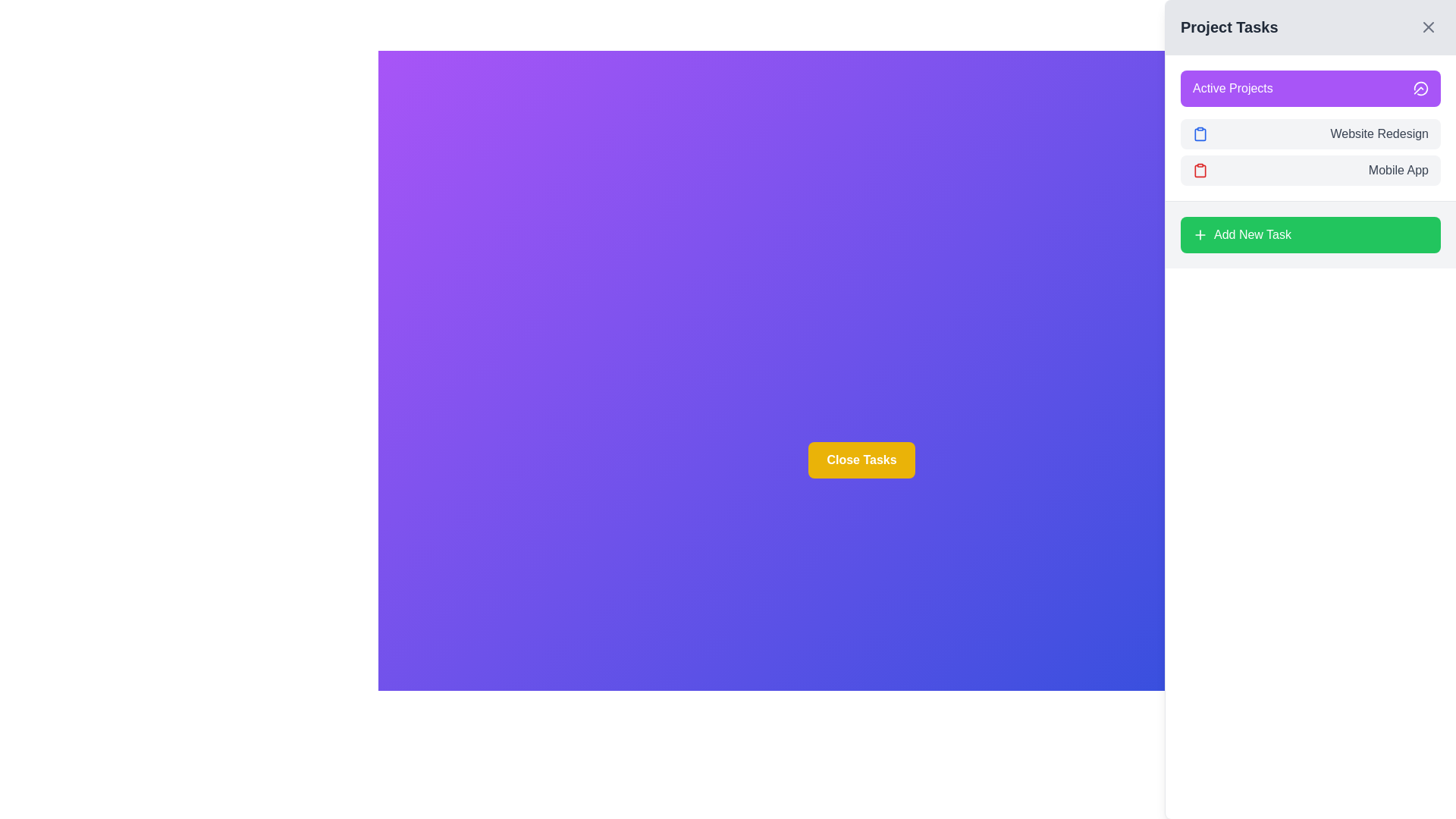 Image resolution: width=1456 pixels, height=819 pixels. I want to click on the decorative icon that indicates completion or active status, located in the top-right corner of the 'Active Projects' button within the 'Project Tasks' section, so click(1420, 88).